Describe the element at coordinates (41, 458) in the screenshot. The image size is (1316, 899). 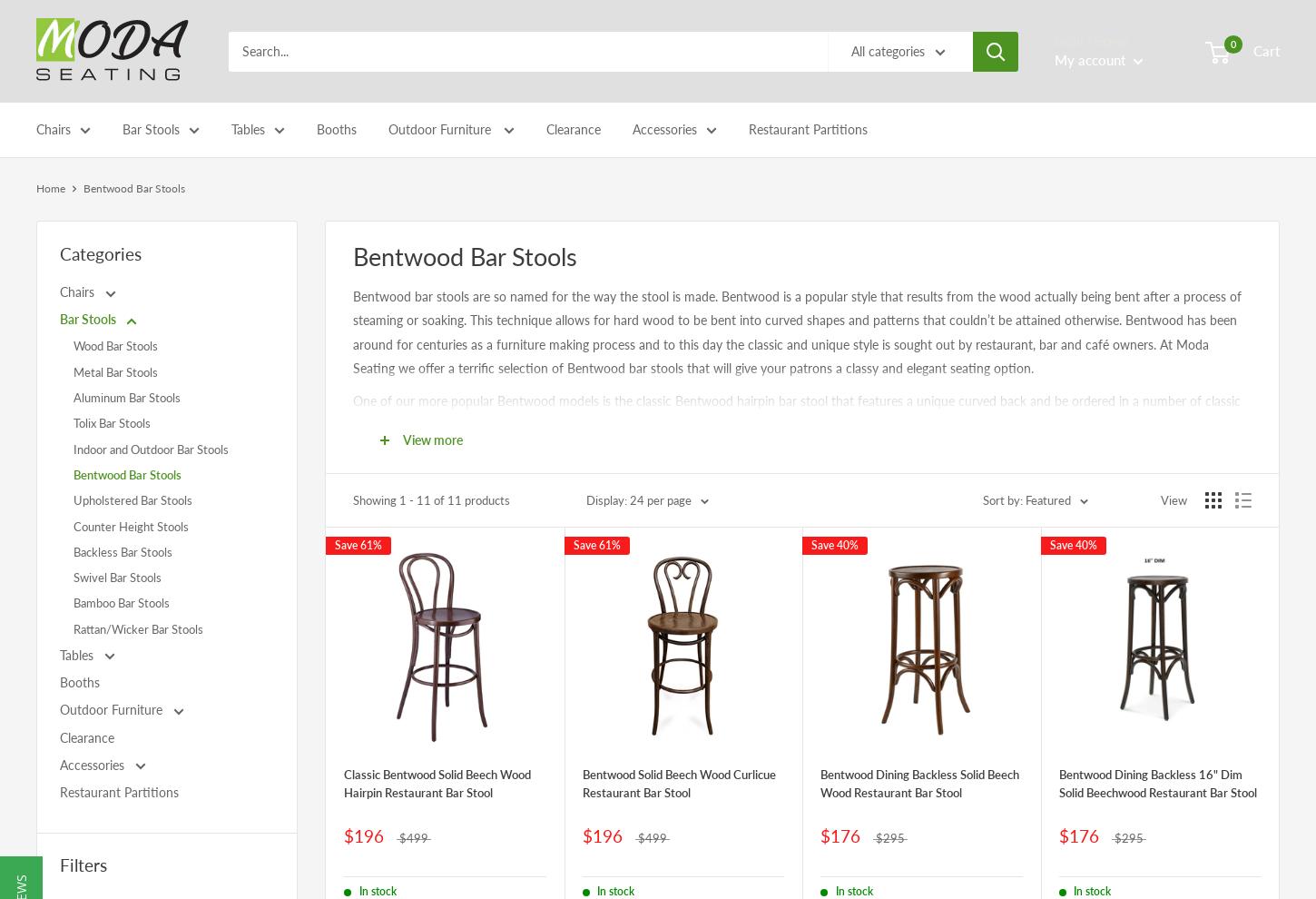
I see `'Indoor and Outdoor Chairs'` at that location.